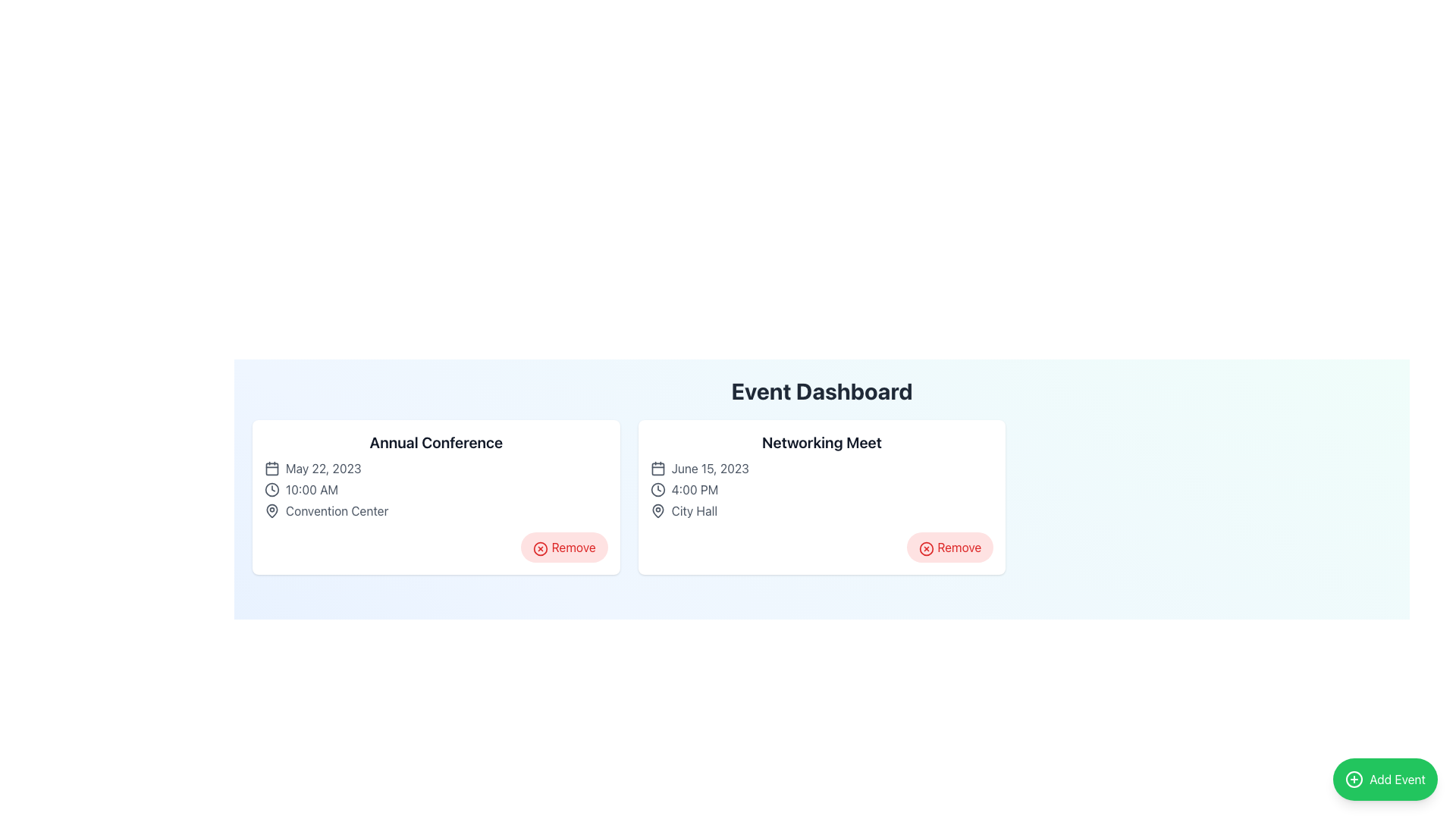 This screenshot has height=819, width=1456. Describe the element at coordinates (926, 548) in the screenshot. I see `the SVG Circle that visually indicates the action of removing the 'Networking Meet' event from the dashboard, located at the center of the 'Remove' button in the bottom-right corner of the event card` at that location.